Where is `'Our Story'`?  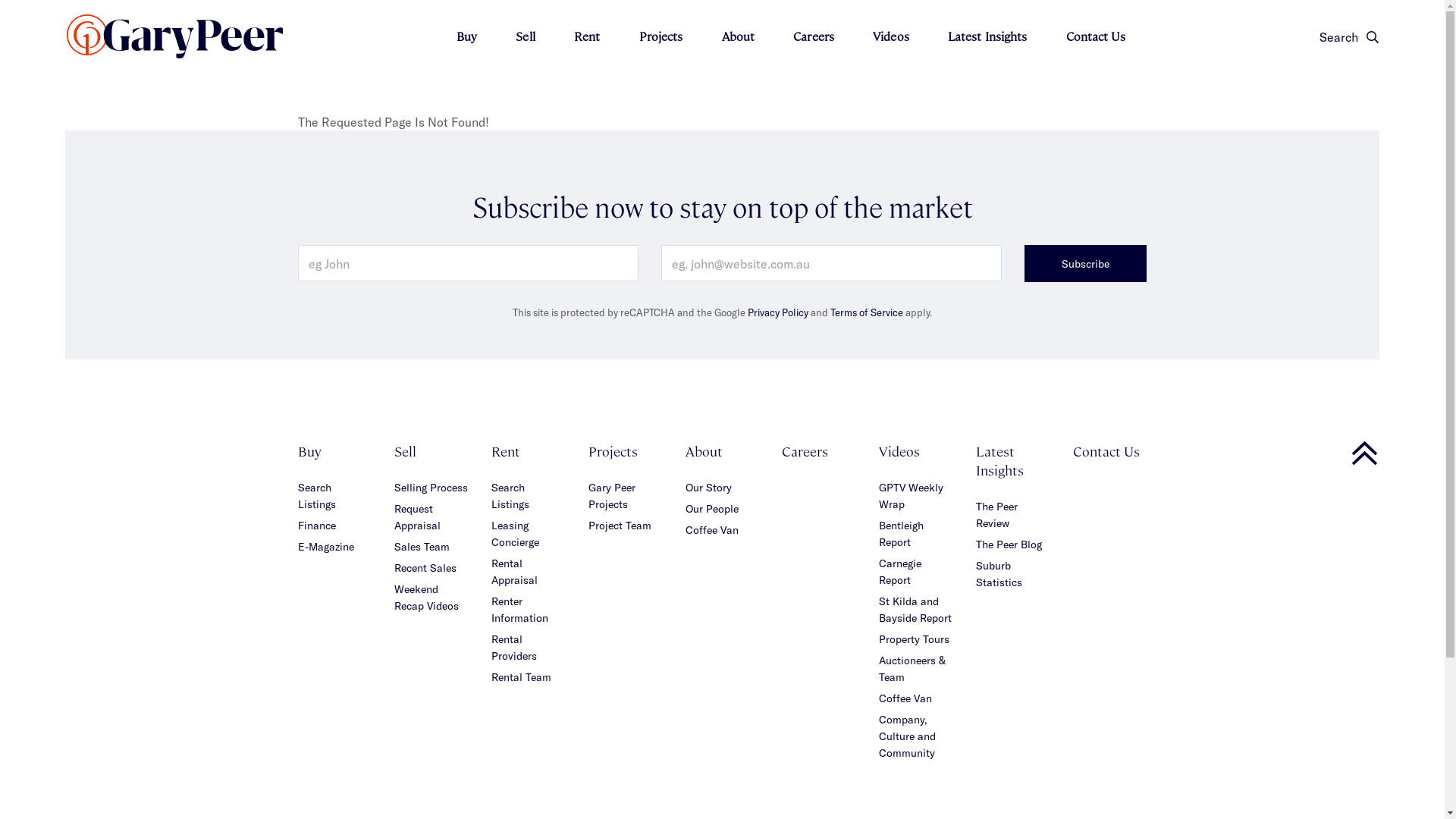
'Our Story' is located at coordinates (708, 487).